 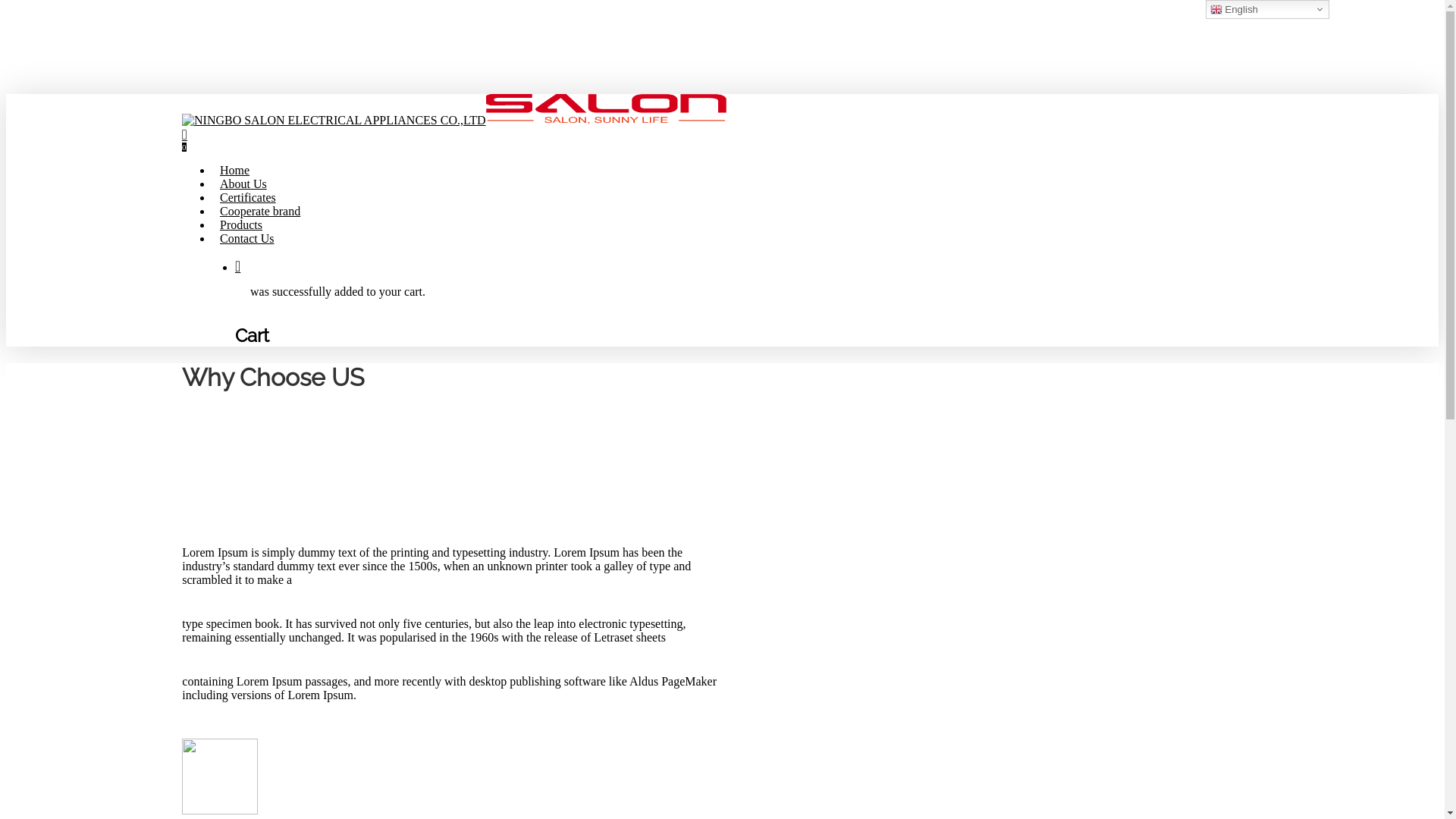 I want to click on 'About Us', so click(x=243, y=183).